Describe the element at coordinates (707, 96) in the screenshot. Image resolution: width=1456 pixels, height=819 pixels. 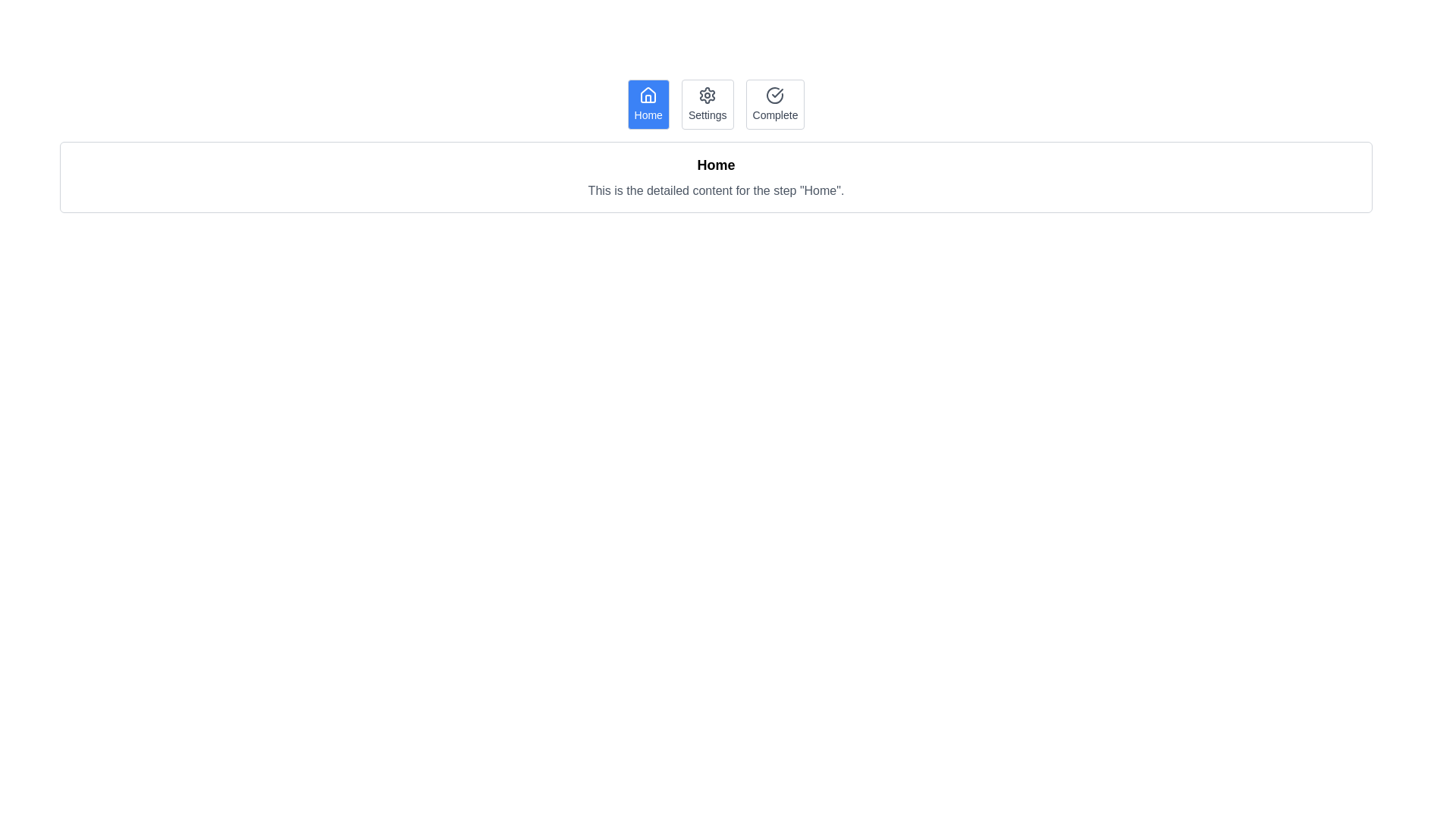
I see `the settings gear icon, which is located in the second tab of three tabs labeled 'Home', 'Settings', and 'Complete'` at that location.